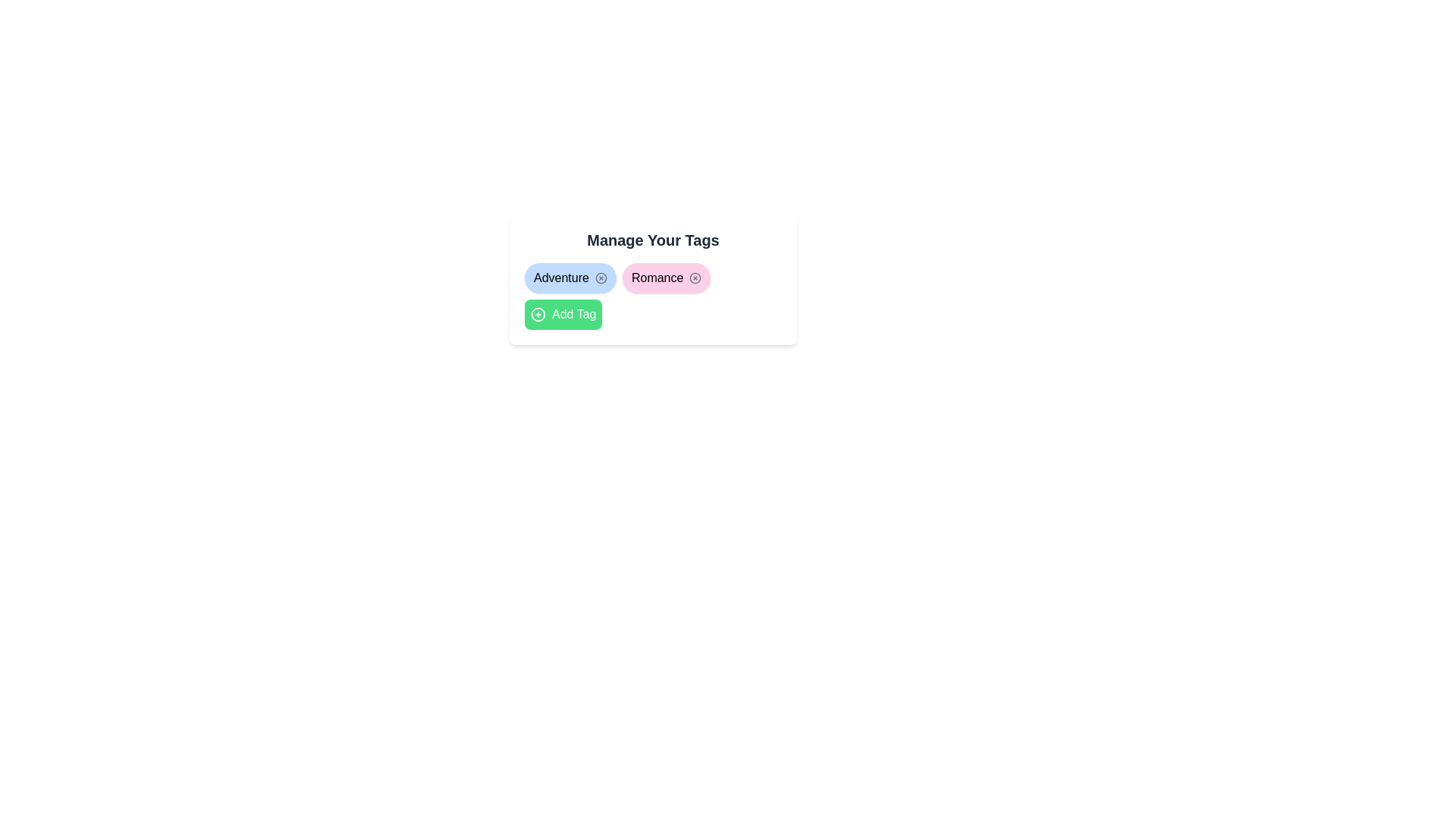 The height and width of the screenshot is (819, 1456). What do you see at coordinates (666, 278) in the screenshot?
I see `the tag Romance to observe its hover effect` at bounding box center [666, 278].